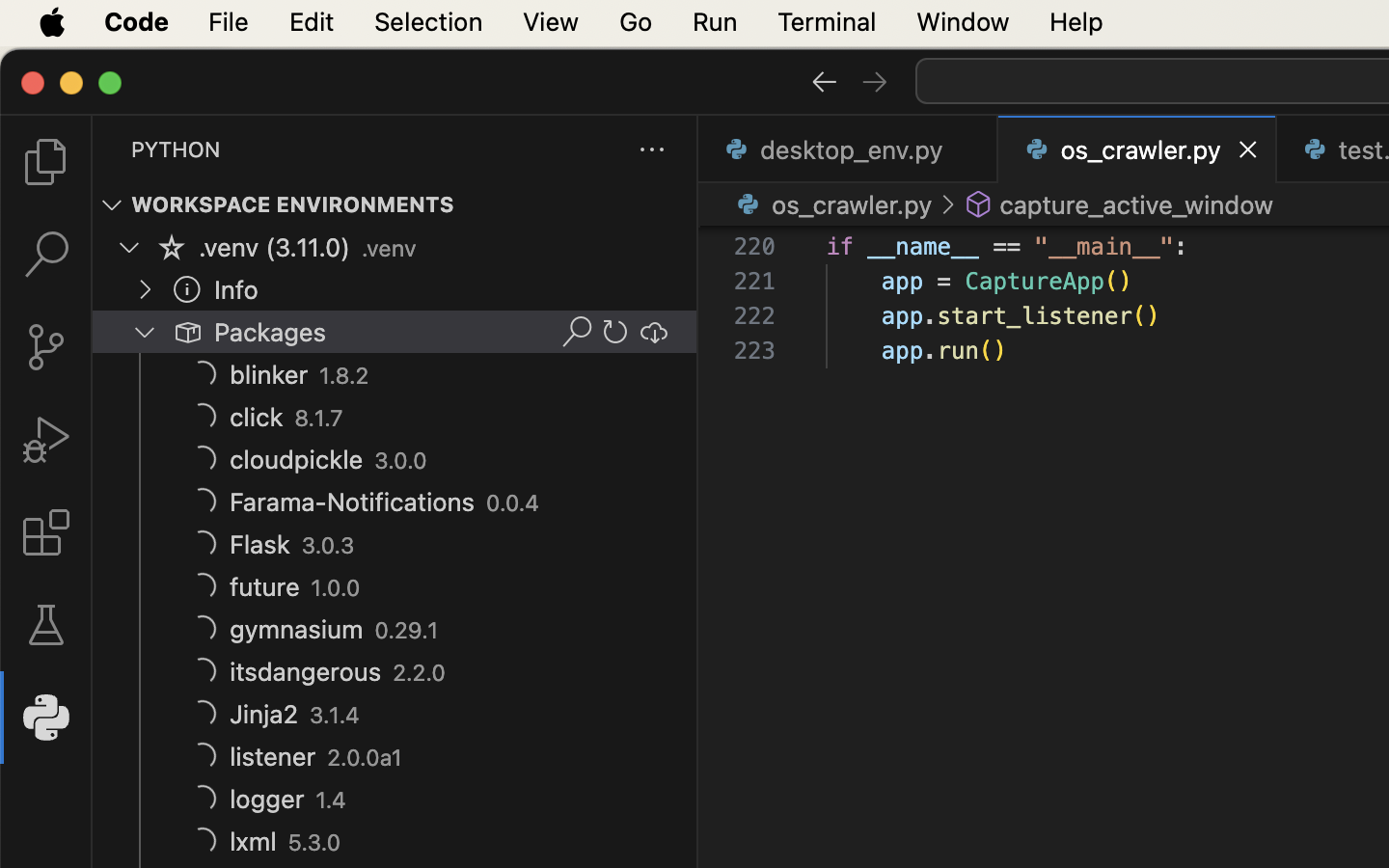 This screenshot has height=868, width=1389. I want to click on 'Flask', so click(259, 545).